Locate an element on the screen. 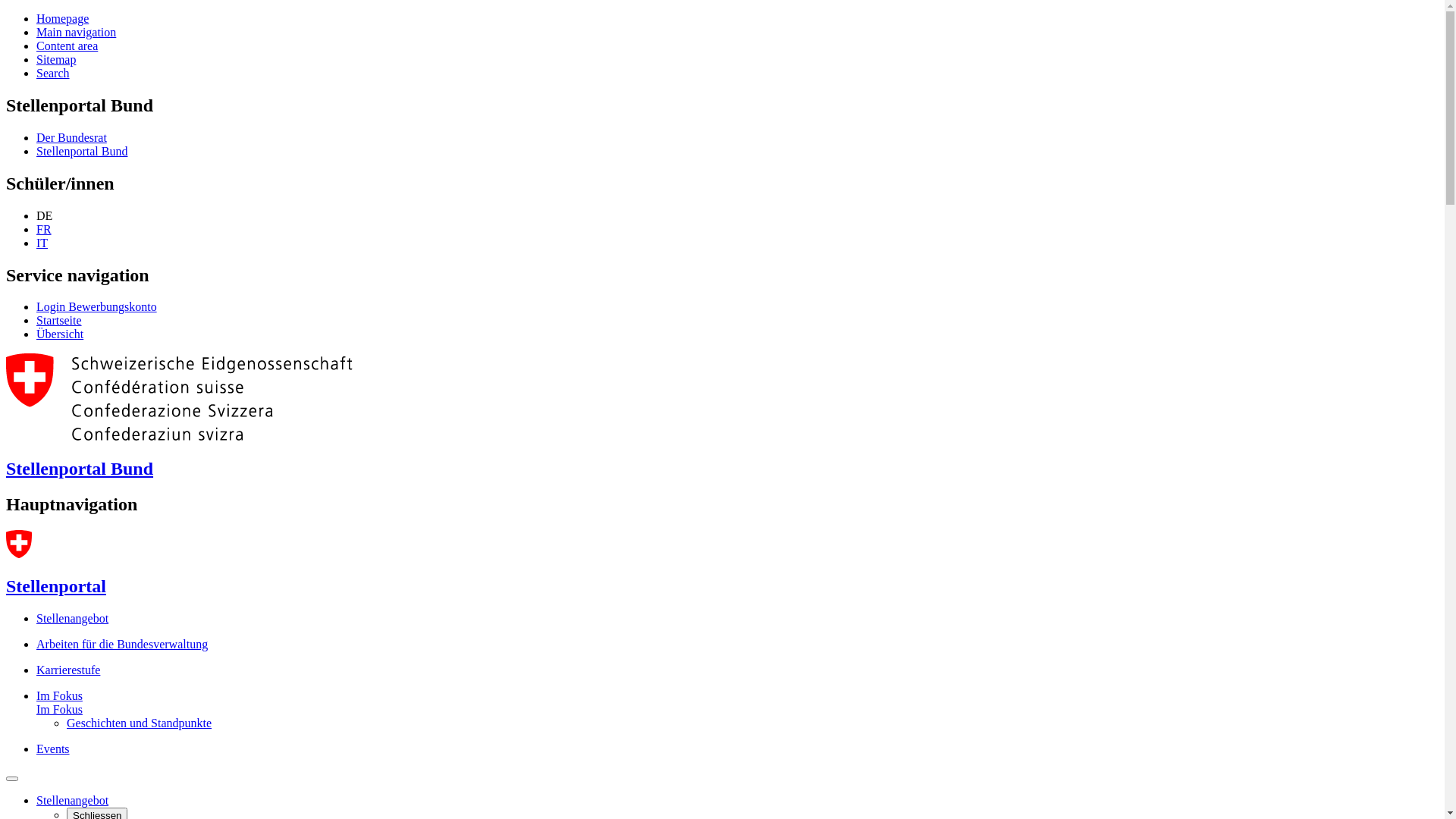 Image resolution: width=1456 pixels, height=819 pixels. 'Geschichten und Standpunkte' is located at coordinates (139, 722).